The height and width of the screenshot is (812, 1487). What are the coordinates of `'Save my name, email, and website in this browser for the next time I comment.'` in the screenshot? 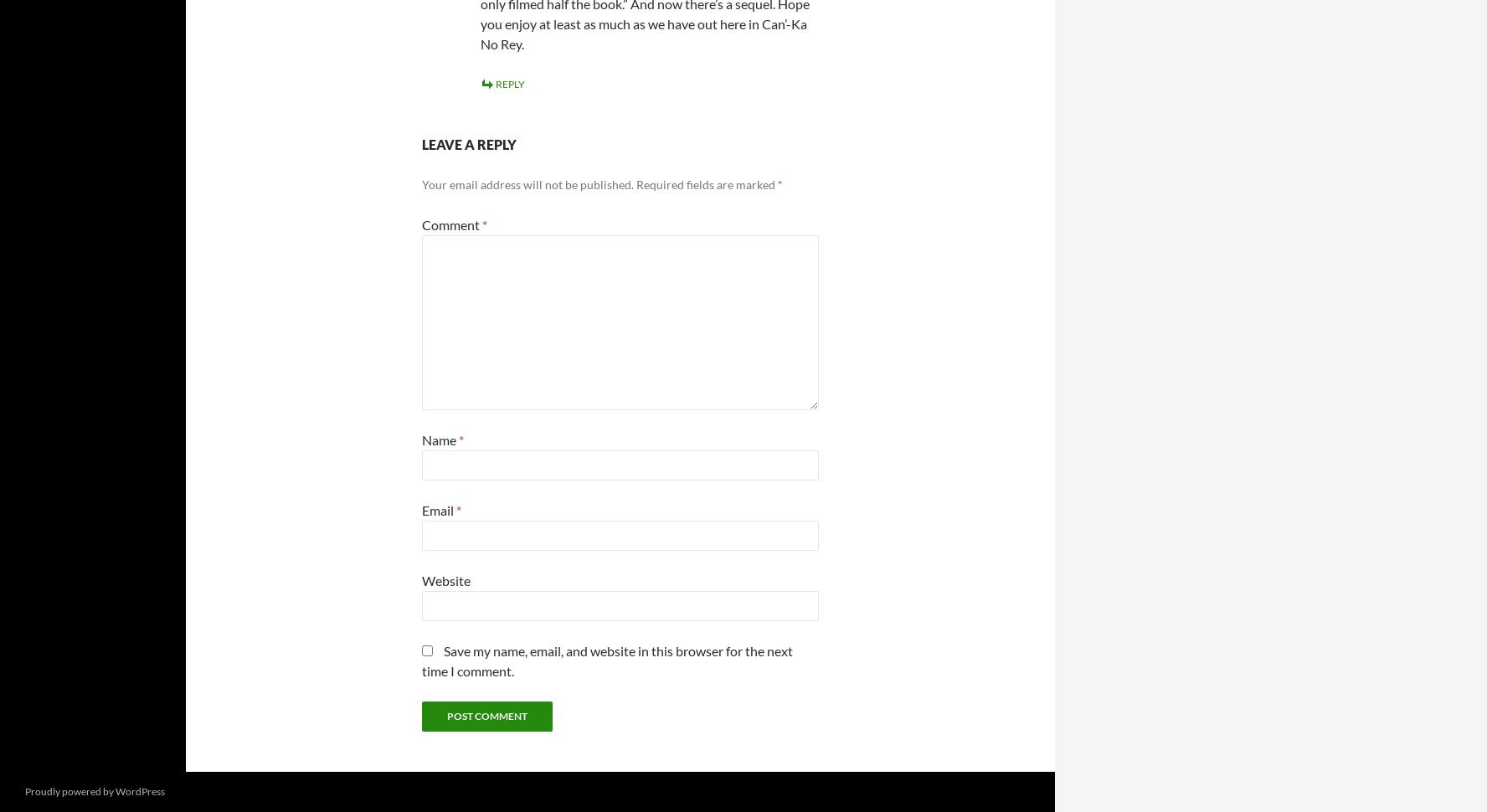 It's located at (607, 660).